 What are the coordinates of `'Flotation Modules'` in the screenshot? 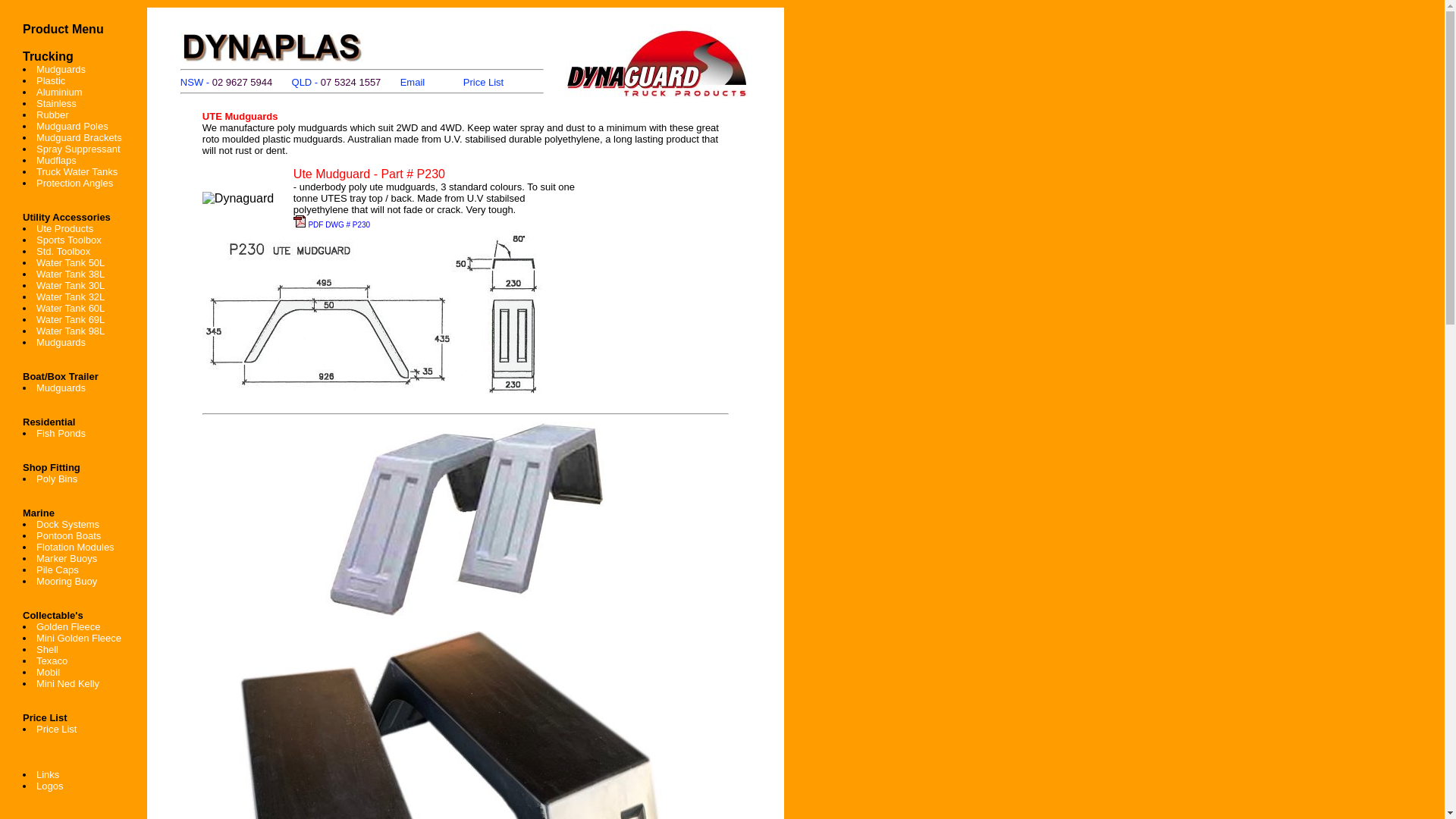 It's located at (74, 547).